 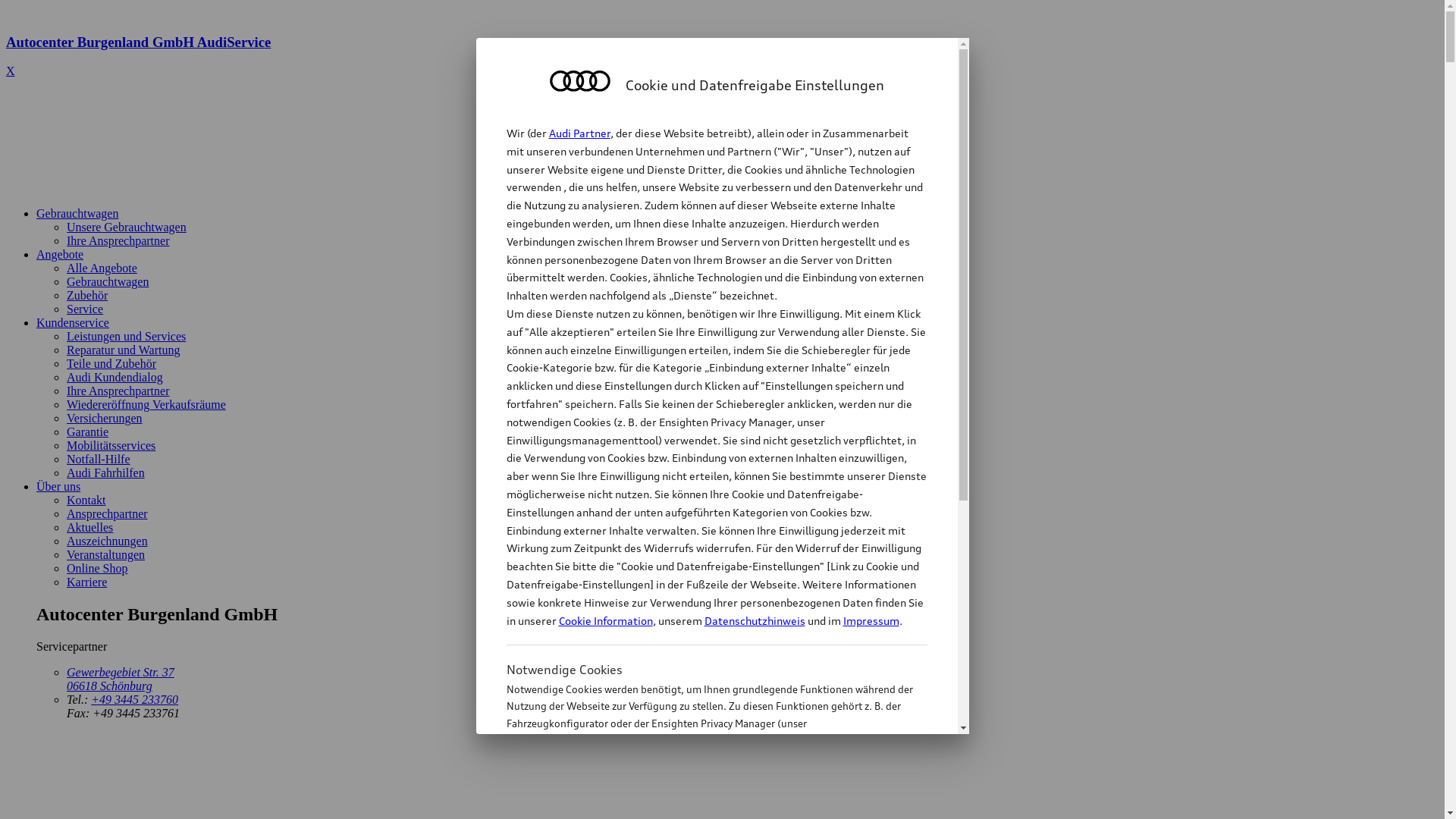 I want to click on 'Kontakt', so click(x=86, y=500).